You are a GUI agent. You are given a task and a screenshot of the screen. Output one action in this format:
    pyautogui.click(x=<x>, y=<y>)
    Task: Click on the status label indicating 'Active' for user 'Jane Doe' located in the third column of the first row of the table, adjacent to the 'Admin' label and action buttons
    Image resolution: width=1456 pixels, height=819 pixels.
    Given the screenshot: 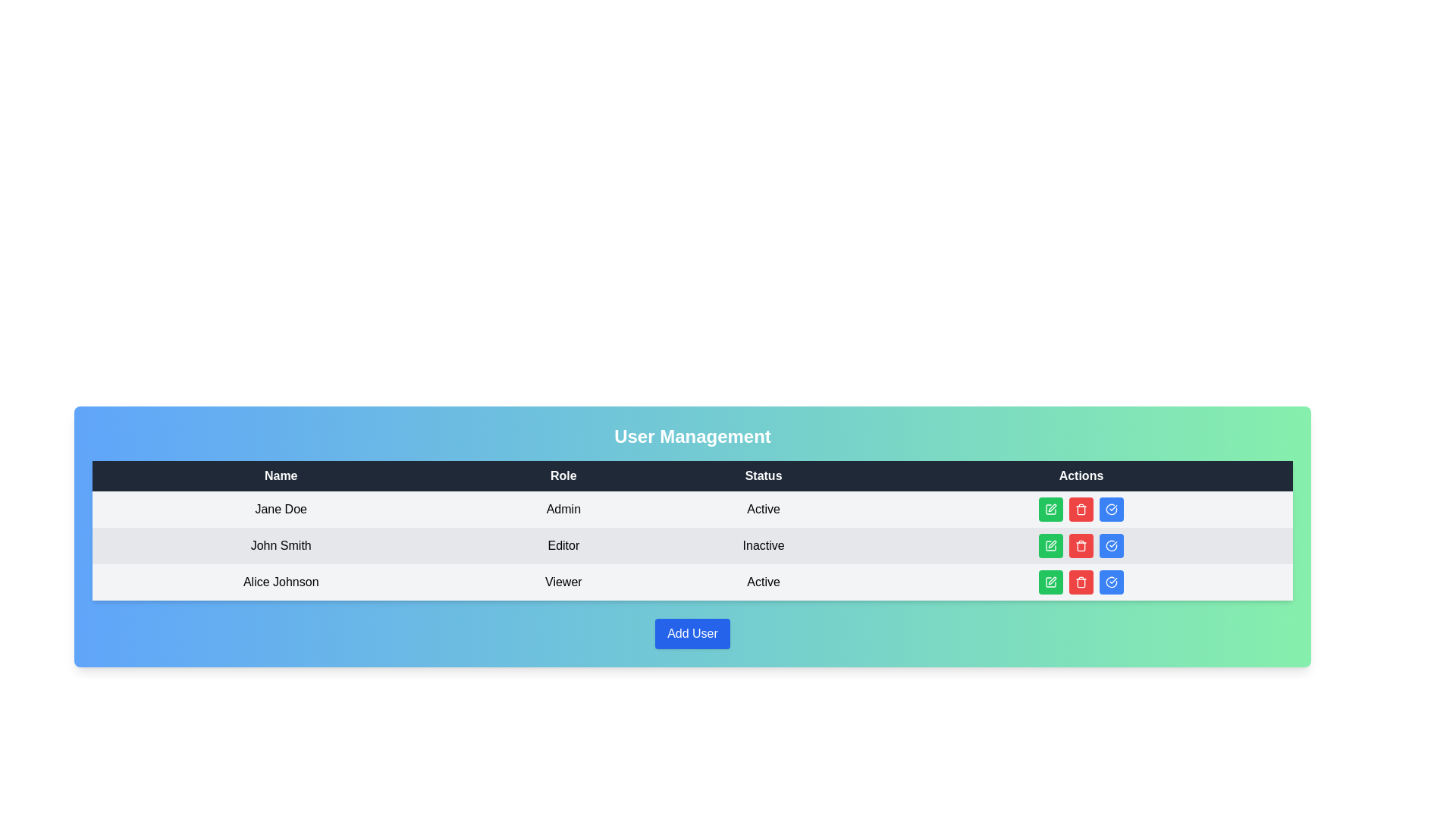 What is the action you would take?
    pyautogui.click(x=764, y=509)
    